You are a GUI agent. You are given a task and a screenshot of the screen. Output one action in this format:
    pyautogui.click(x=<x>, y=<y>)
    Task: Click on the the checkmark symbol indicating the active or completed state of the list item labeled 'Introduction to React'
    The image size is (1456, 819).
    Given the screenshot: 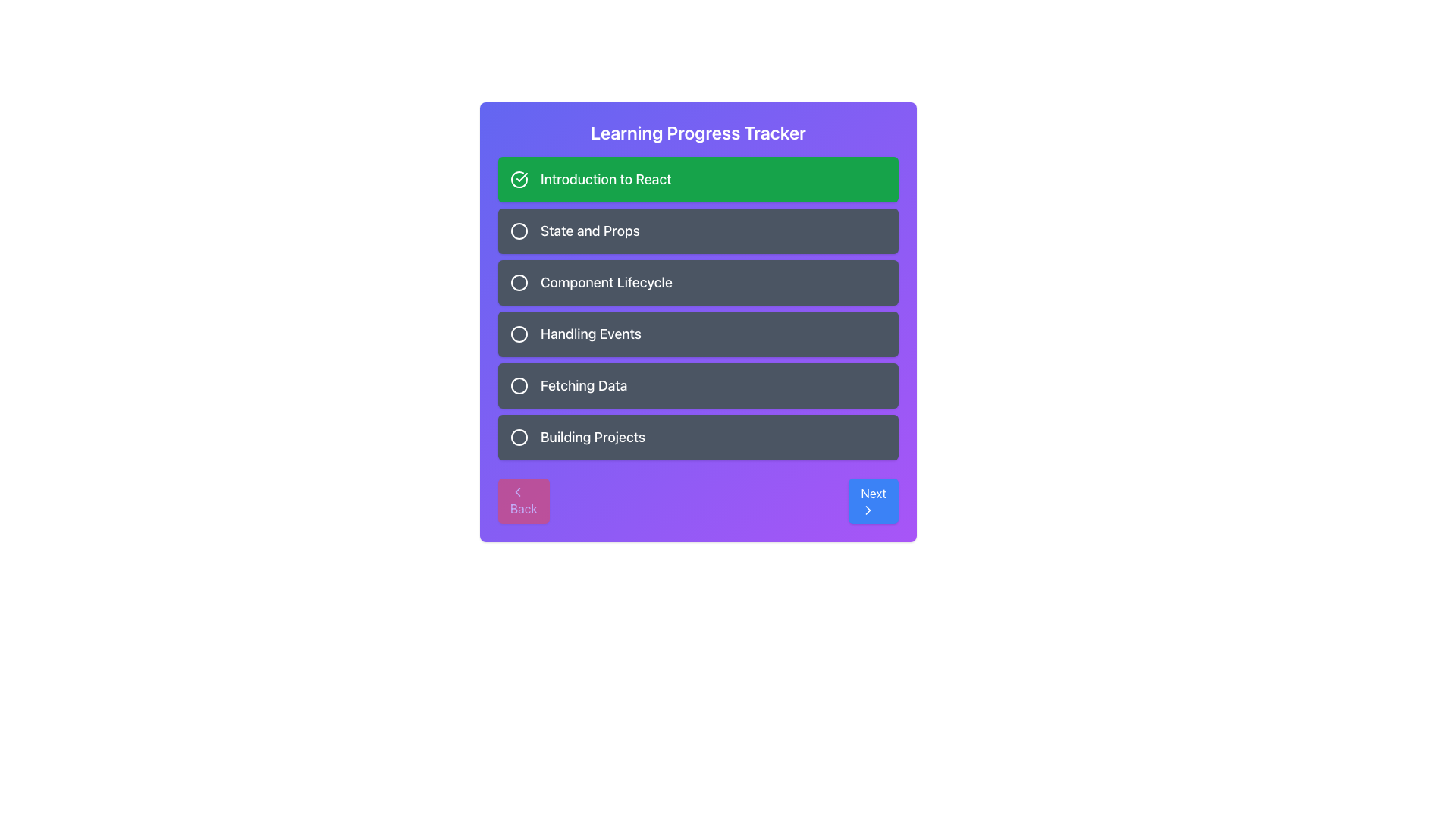 What is the action you would take?
    pyautogui.click(x=522, y=177)
    